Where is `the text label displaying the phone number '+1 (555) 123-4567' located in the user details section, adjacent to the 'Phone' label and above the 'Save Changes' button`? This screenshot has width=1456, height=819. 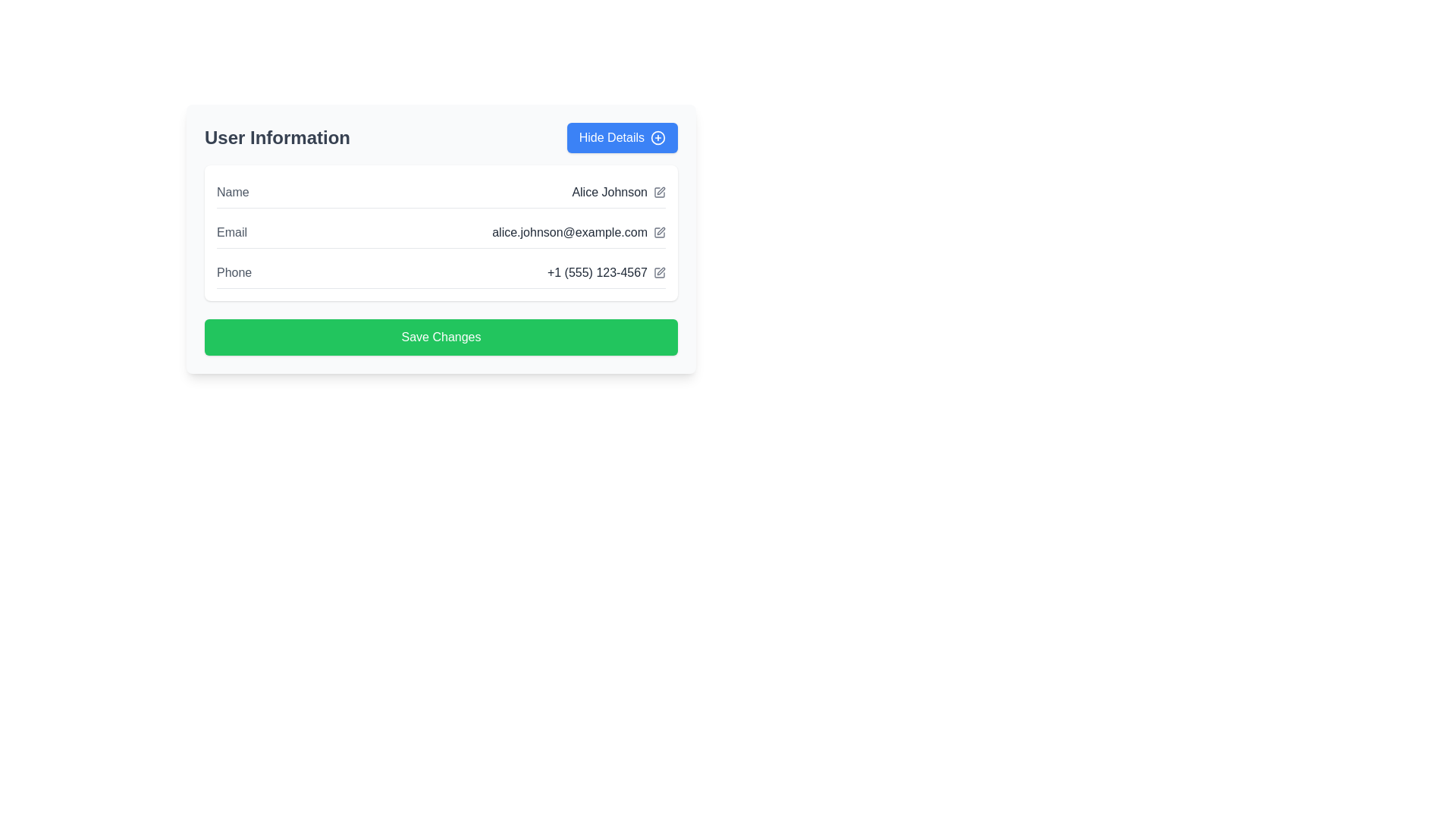
the text label displaying the phone number '+1 (555) 123-4567' located in the user details section, adjacent to the 'Phone' label and above the 'Save Changes' button is located at coordinates (605, 271).